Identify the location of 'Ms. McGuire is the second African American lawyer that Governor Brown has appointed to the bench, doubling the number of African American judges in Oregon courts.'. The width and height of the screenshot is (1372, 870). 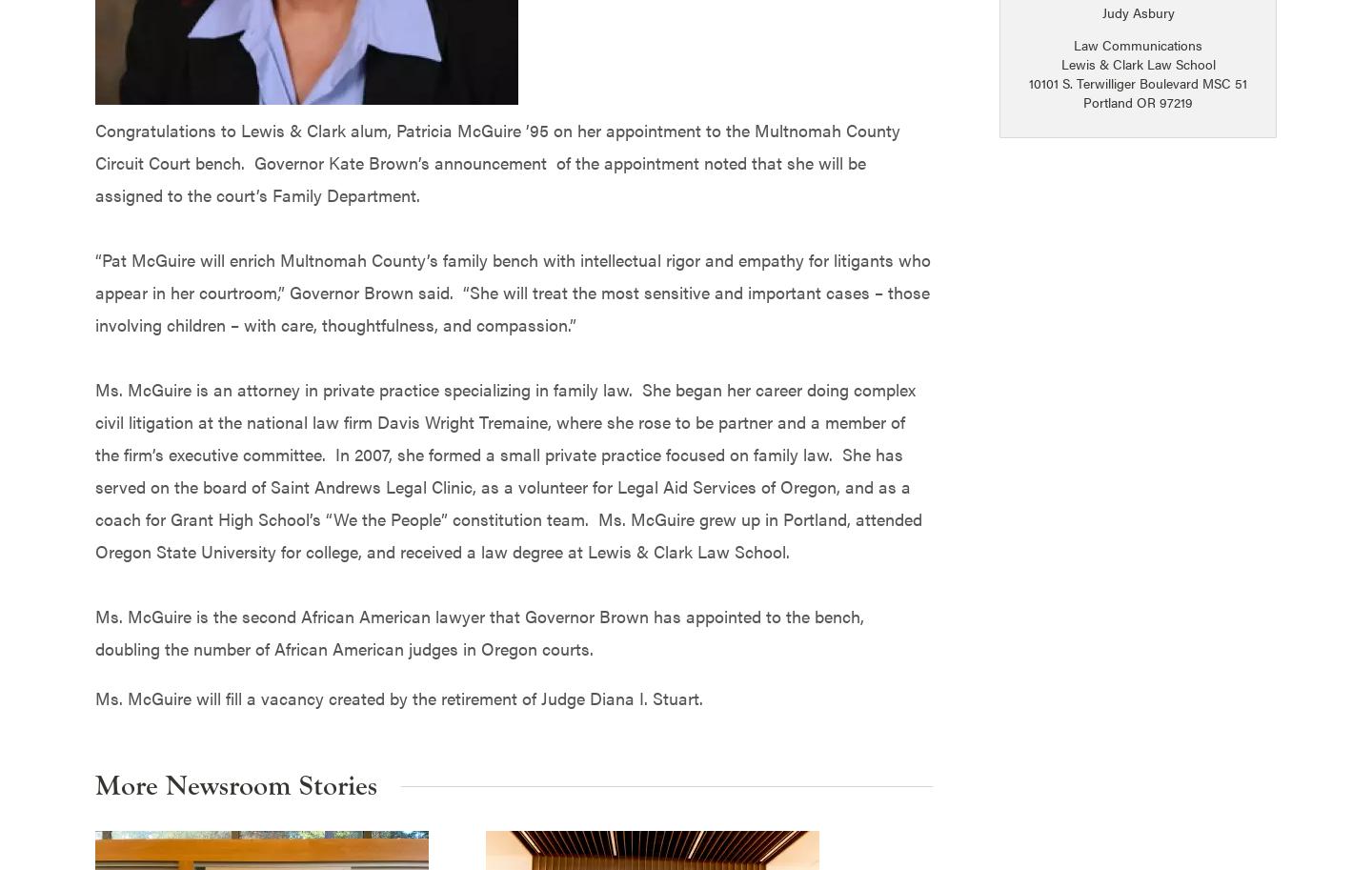
(478, 631).